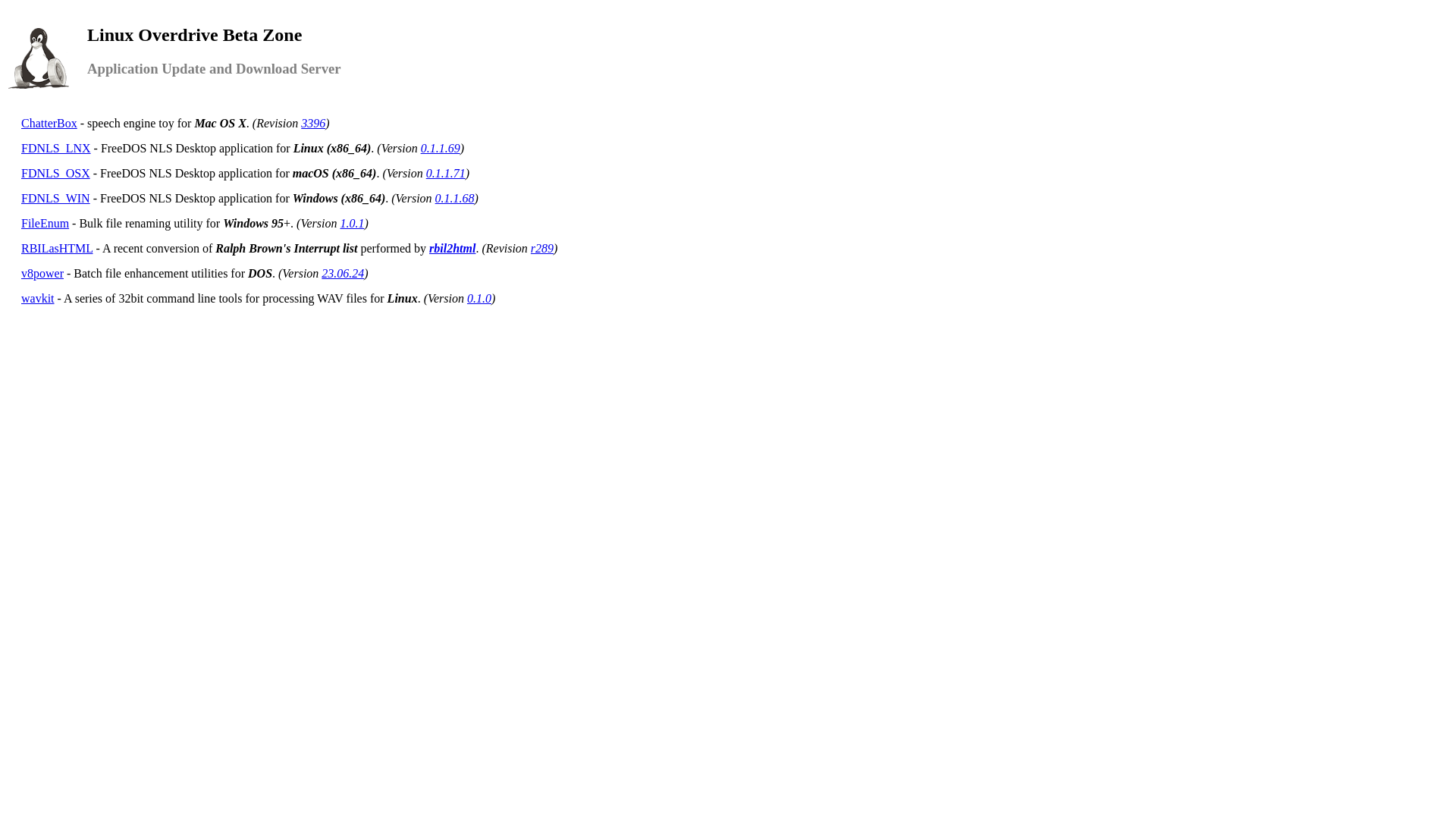 This screenshot has width=1456, height=819. I want to click on 'FDNLS_LNX', so click(55, 148).